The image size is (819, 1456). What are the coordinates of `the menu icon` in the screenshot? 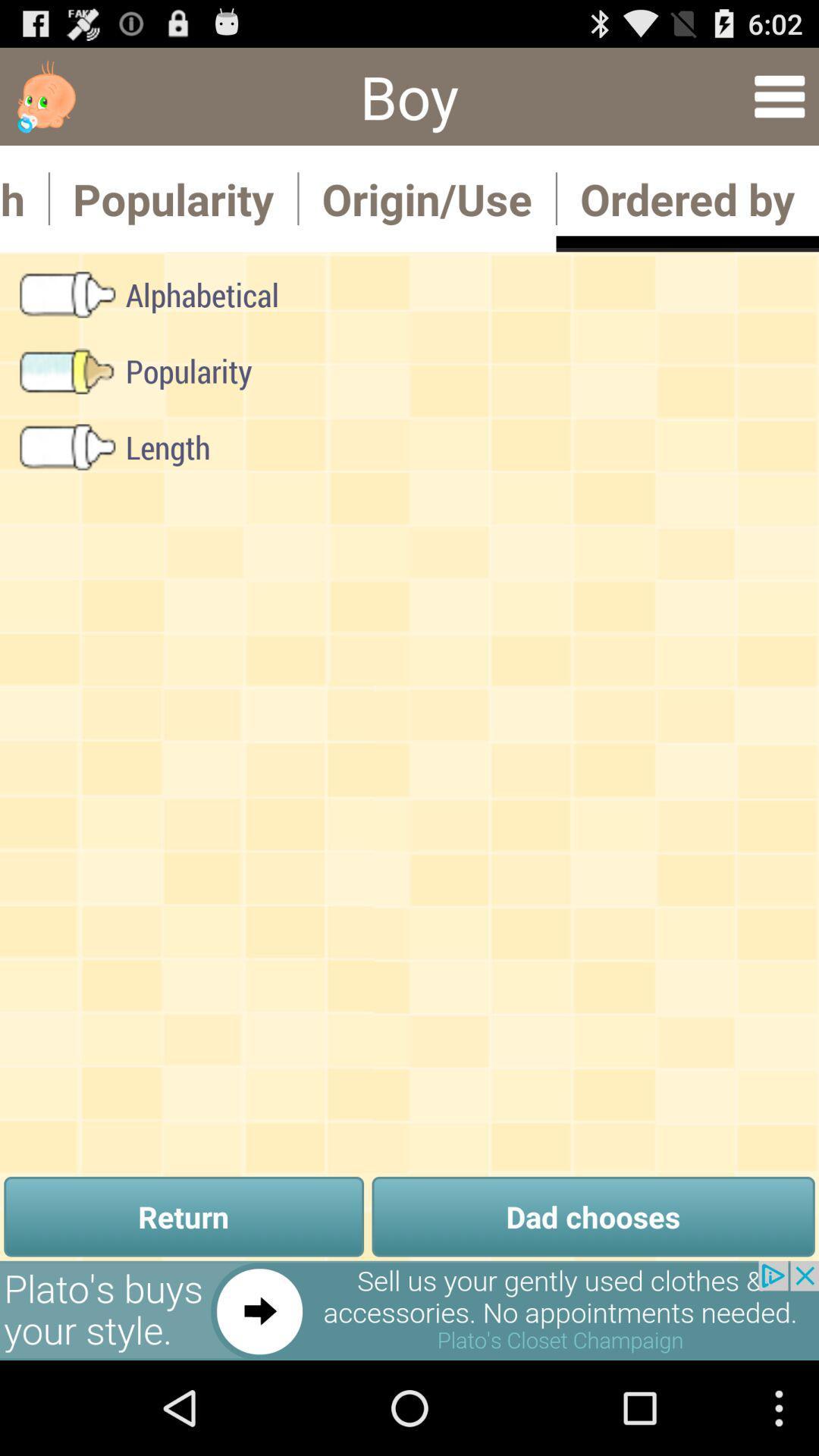 It's located at (780, 102).